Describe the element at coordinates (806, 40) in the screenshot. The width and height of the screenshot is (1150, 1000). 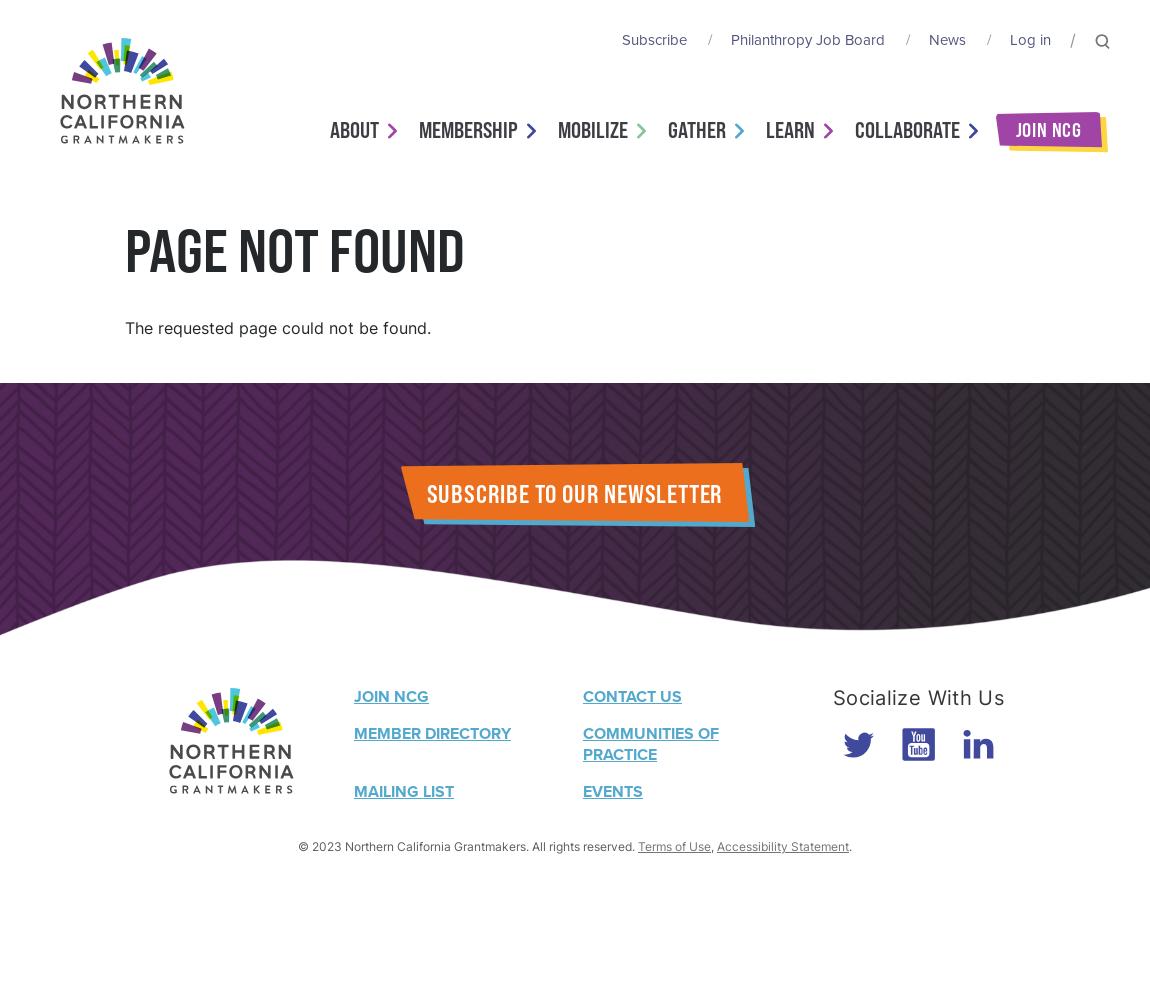
I see `'Philanthropy Job Board'` at that location.